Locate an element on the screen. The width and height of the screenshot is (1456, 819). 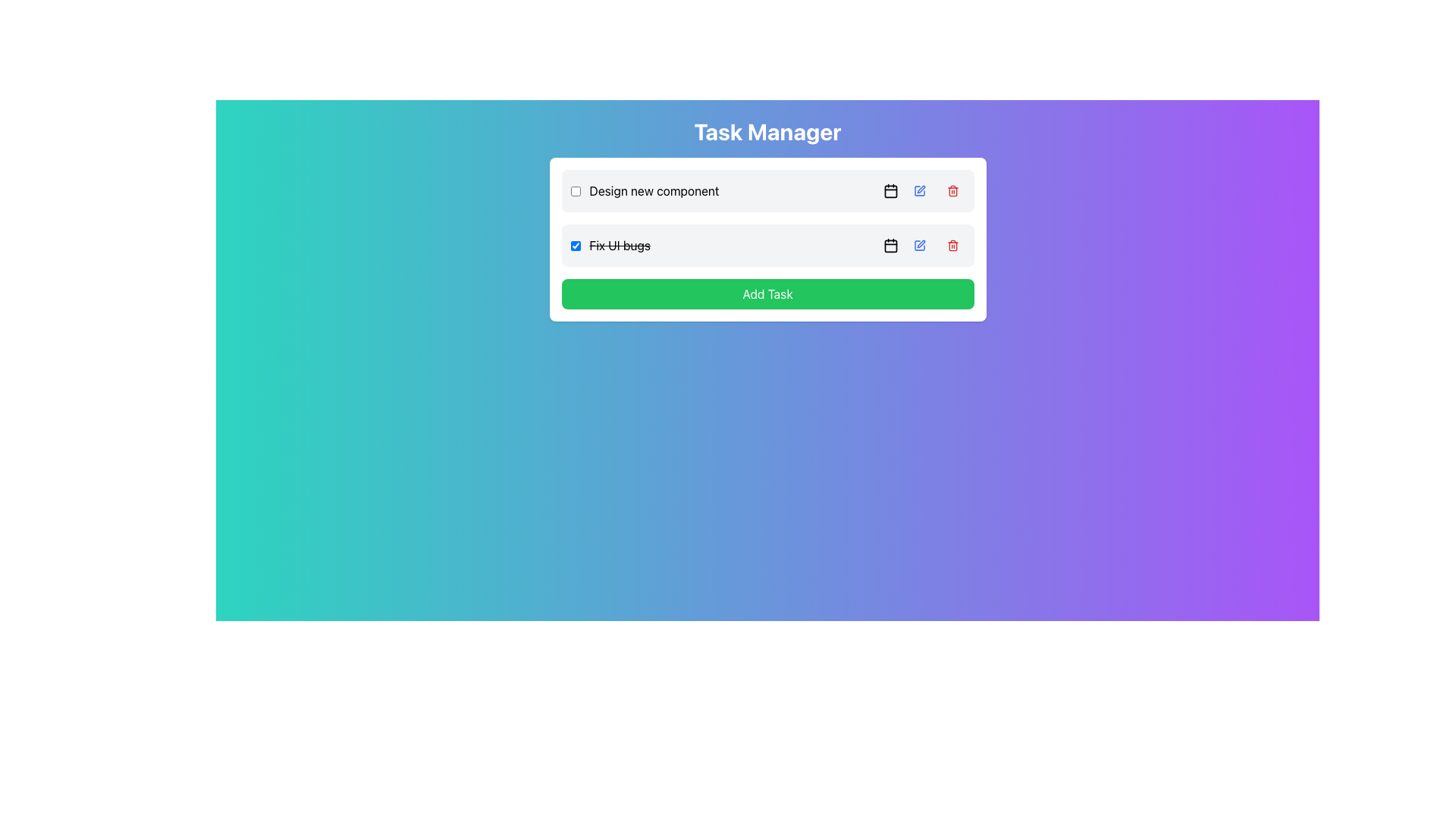
the checkbox located in the top-left corner of the first task entry, aligned with the text 'Design new component' is located at coordinates (574, 190).